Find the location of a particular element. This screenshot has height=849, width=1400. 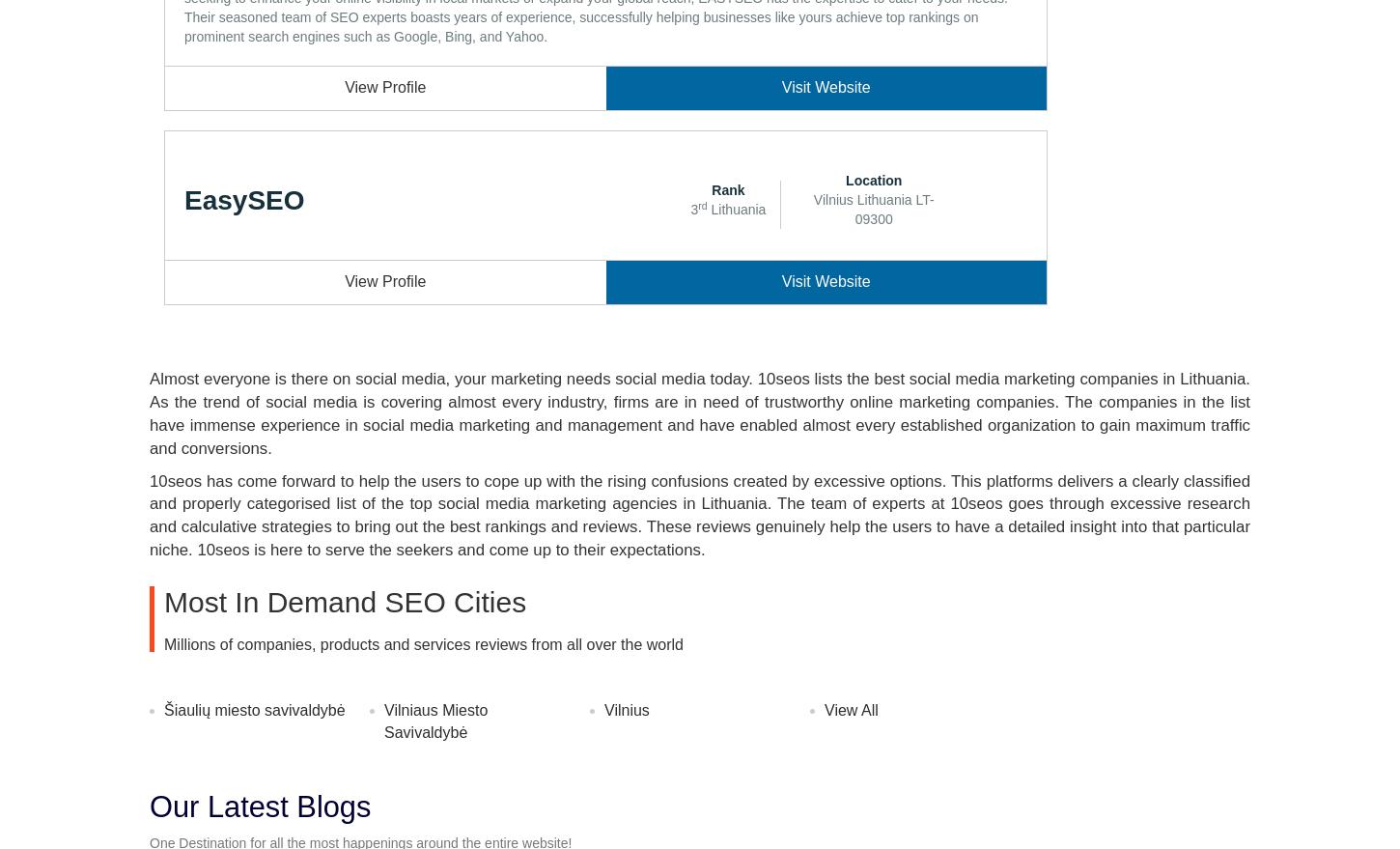

'3' is located at coordinates (693, 210).